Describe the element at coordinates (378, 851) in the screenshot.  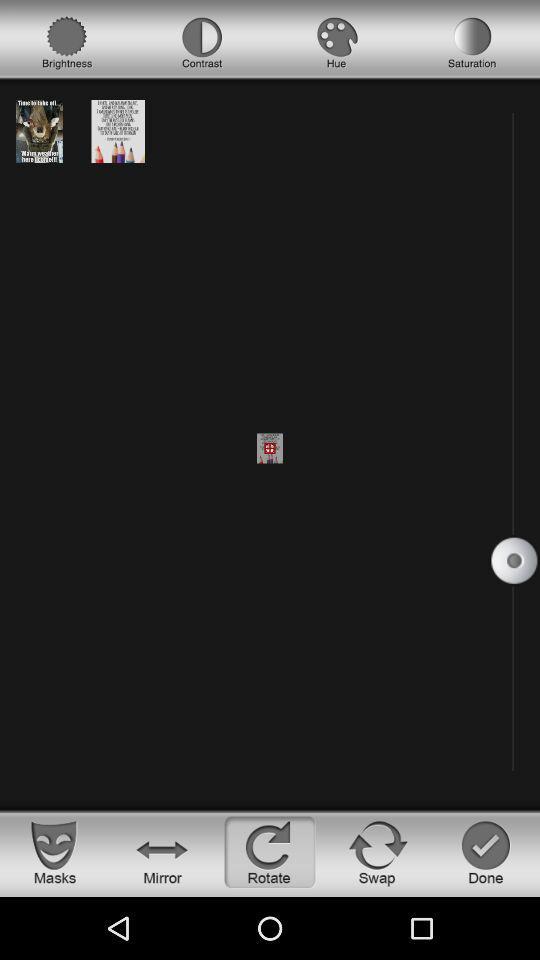
I see `swap option` at that location.